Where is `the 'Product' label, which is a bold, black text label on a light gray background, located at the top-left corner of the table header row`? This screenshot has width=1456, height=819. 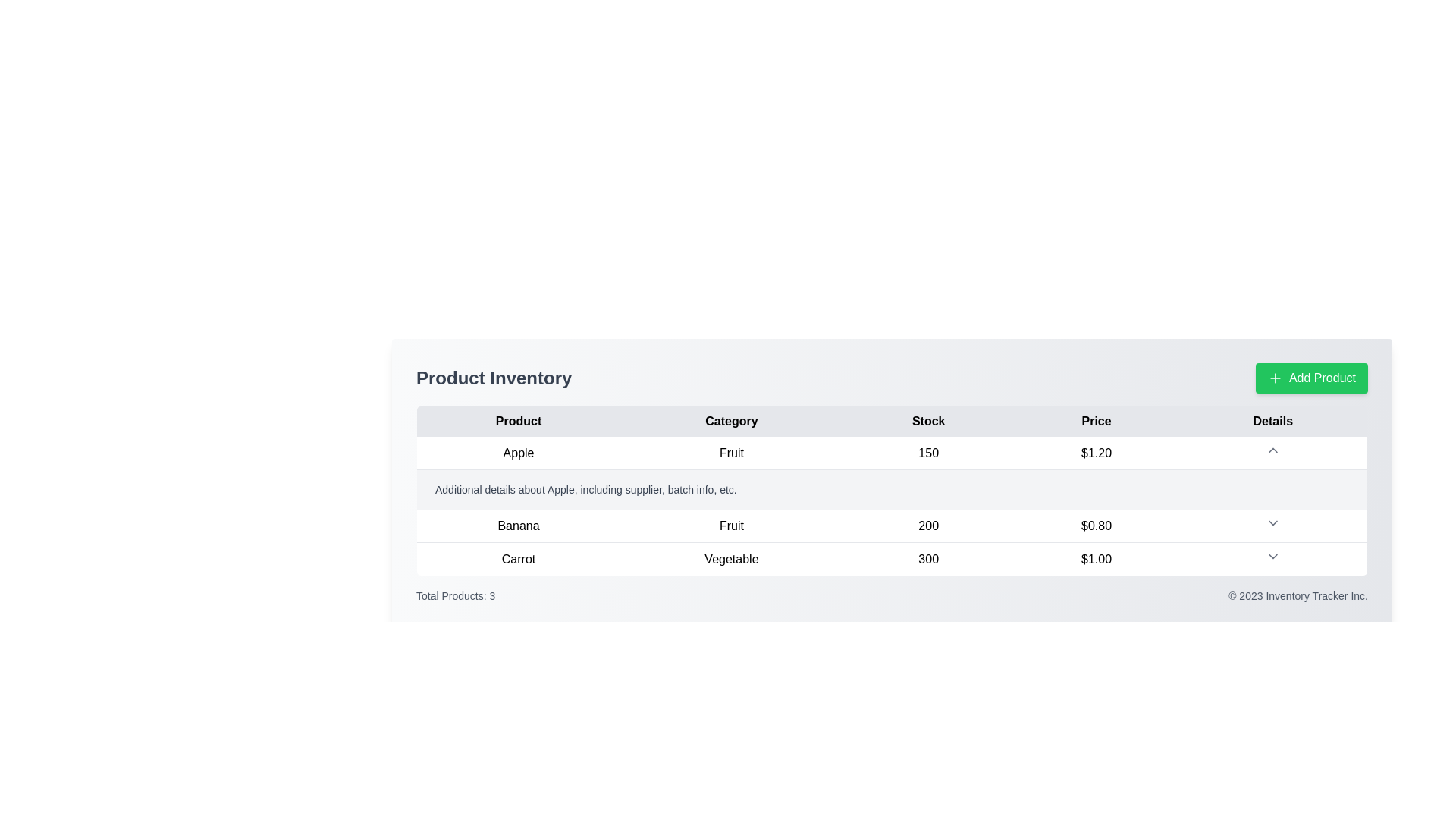 the 'Product' label, which is a bold, black text label on a light gray background, located at the top-left corner of the table header row is located at coordinates (518, 421).